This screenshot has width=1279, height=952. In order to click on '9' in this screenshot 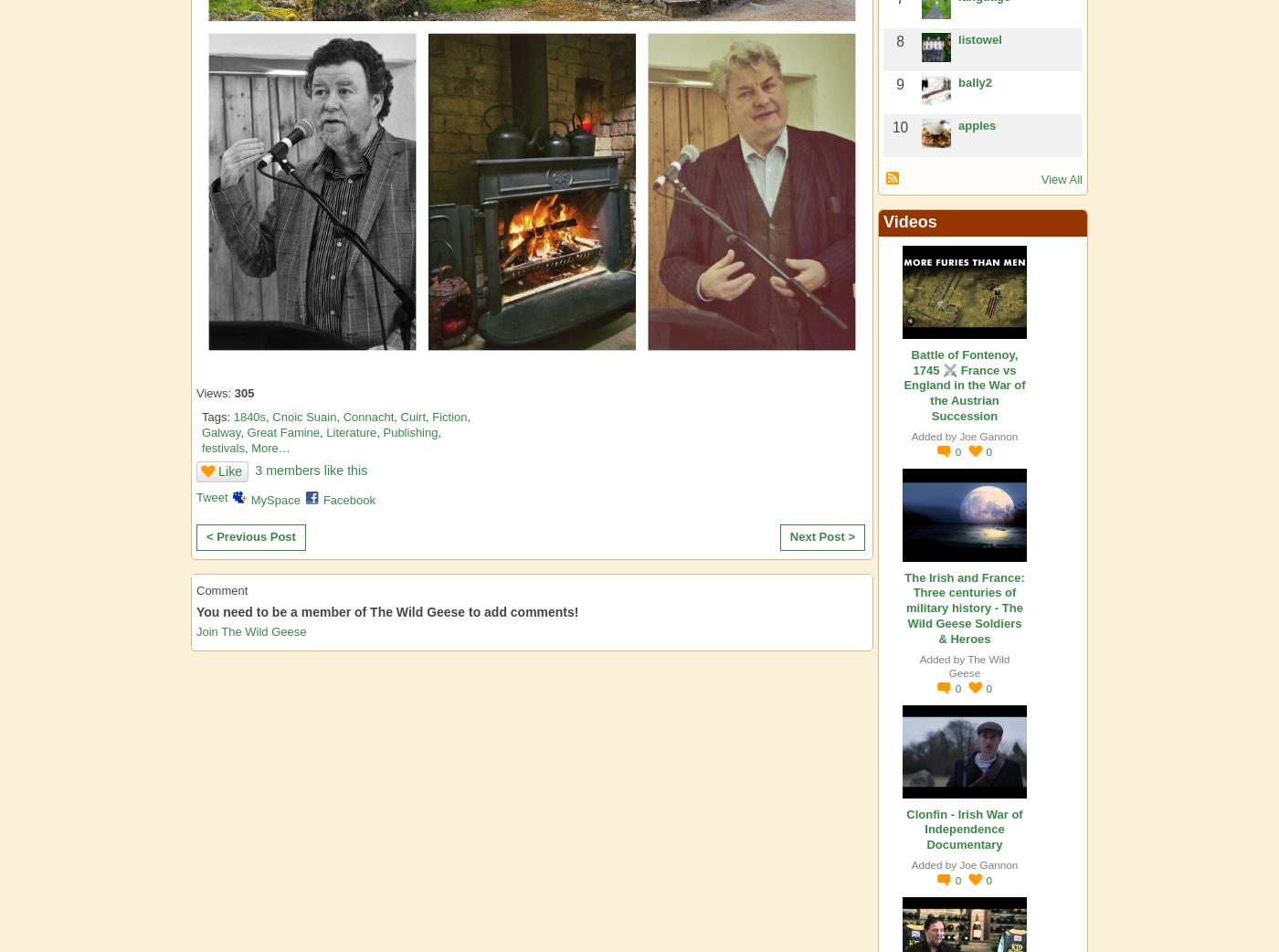, I will do `click(900, 83)`.